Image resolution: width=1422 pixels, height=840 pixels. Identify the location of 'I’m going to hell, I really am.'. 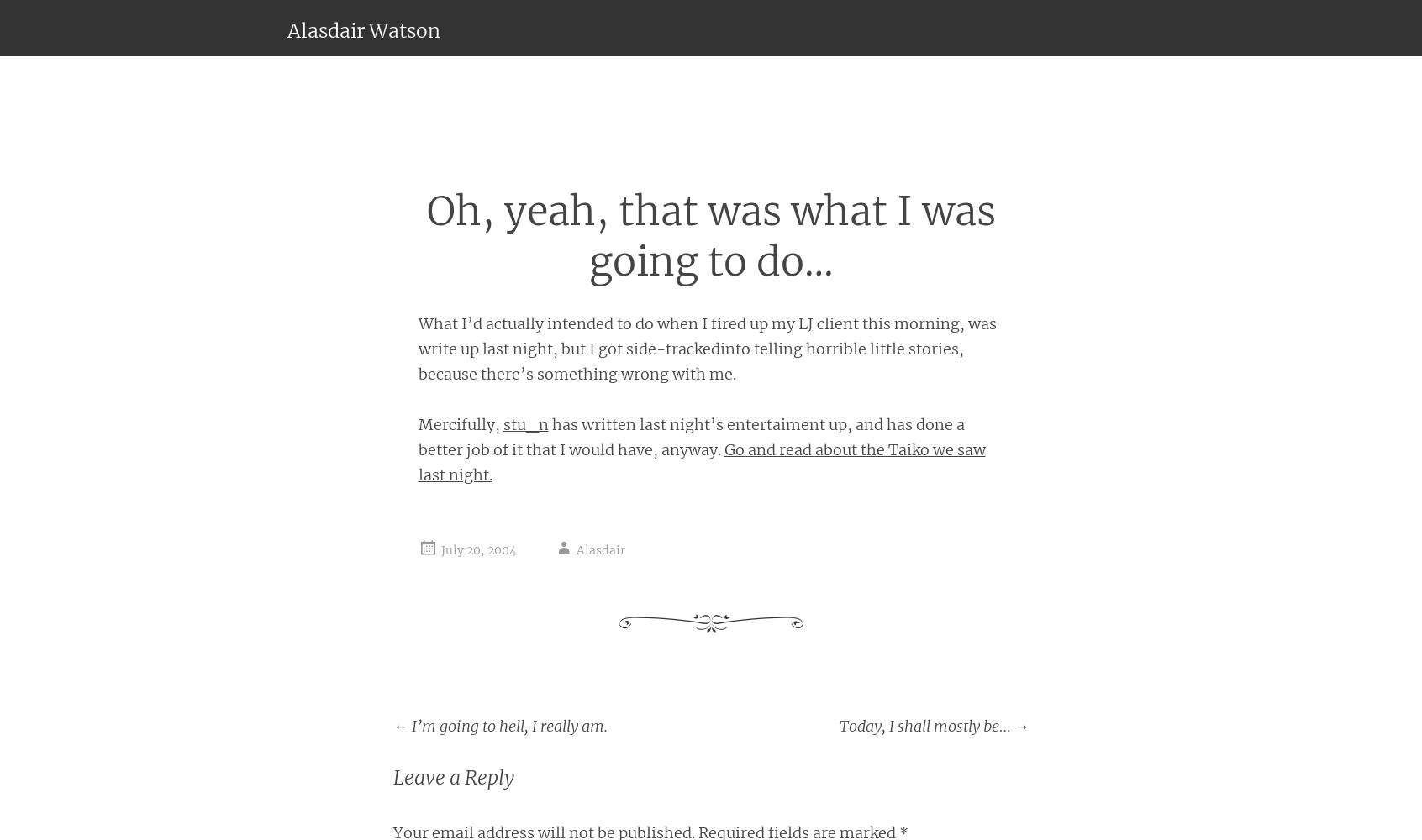
(406, 724).